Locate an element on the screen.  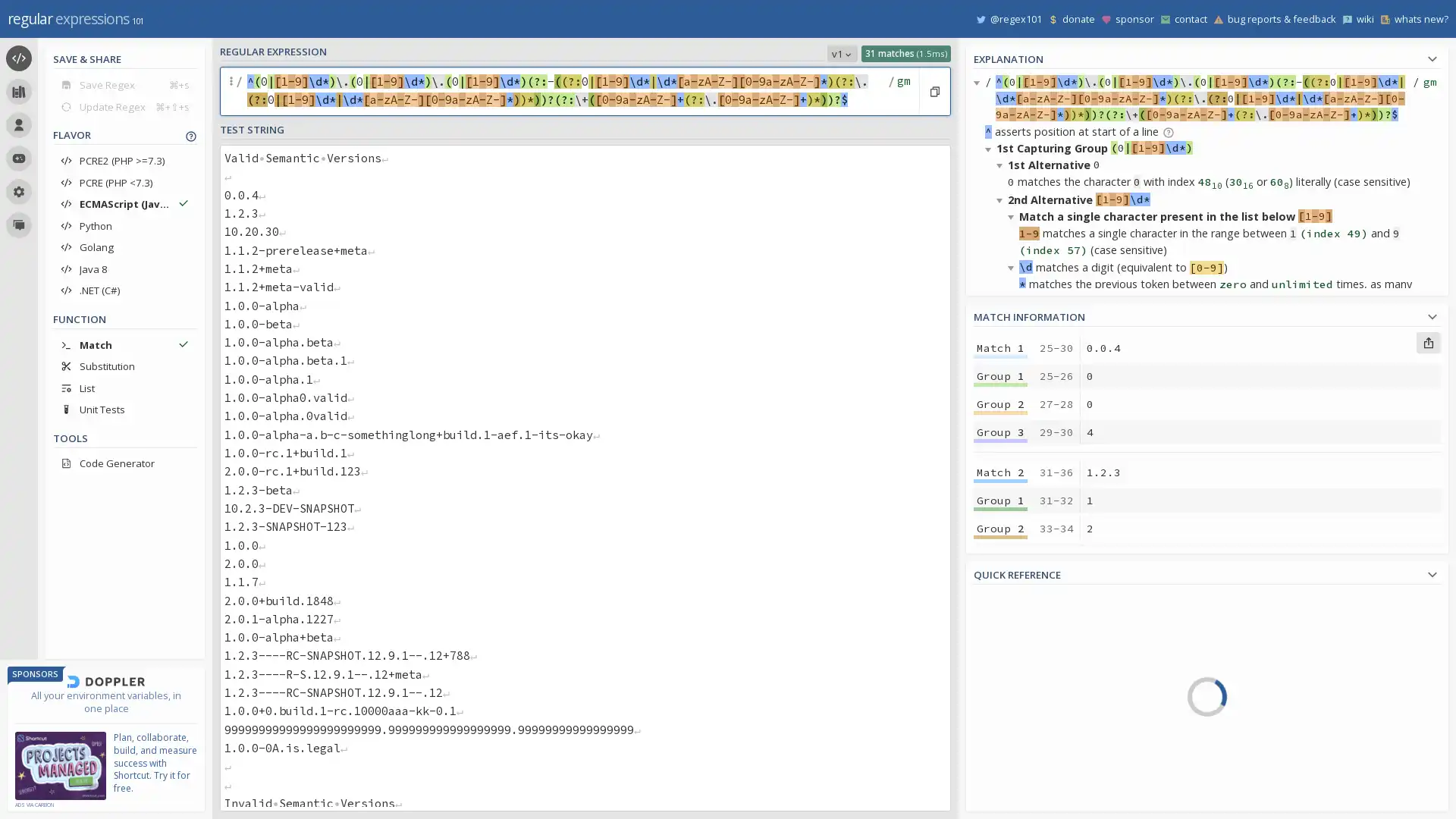
Any single character . is located at coordinates (1282, 708).